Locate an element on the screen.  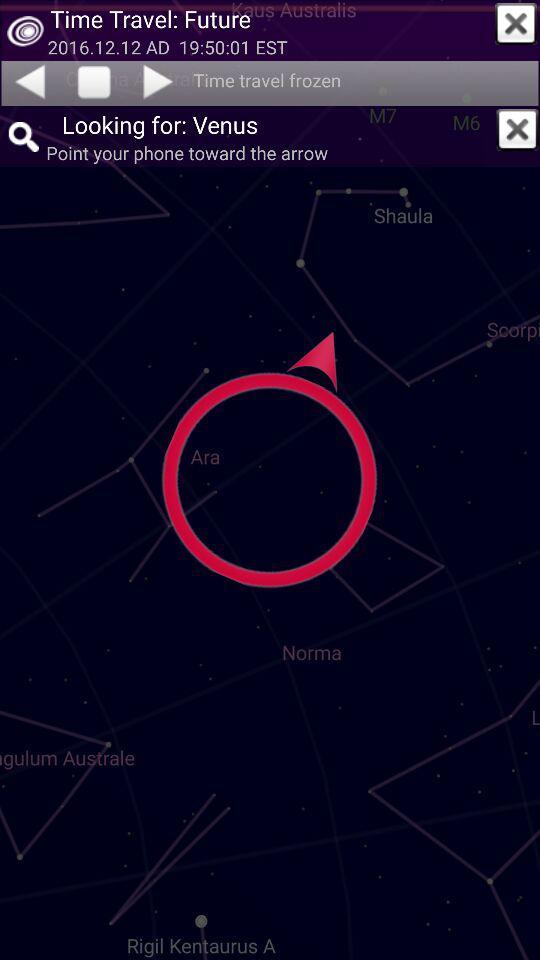
exit the advertisement is located at coordinates (516, 23).